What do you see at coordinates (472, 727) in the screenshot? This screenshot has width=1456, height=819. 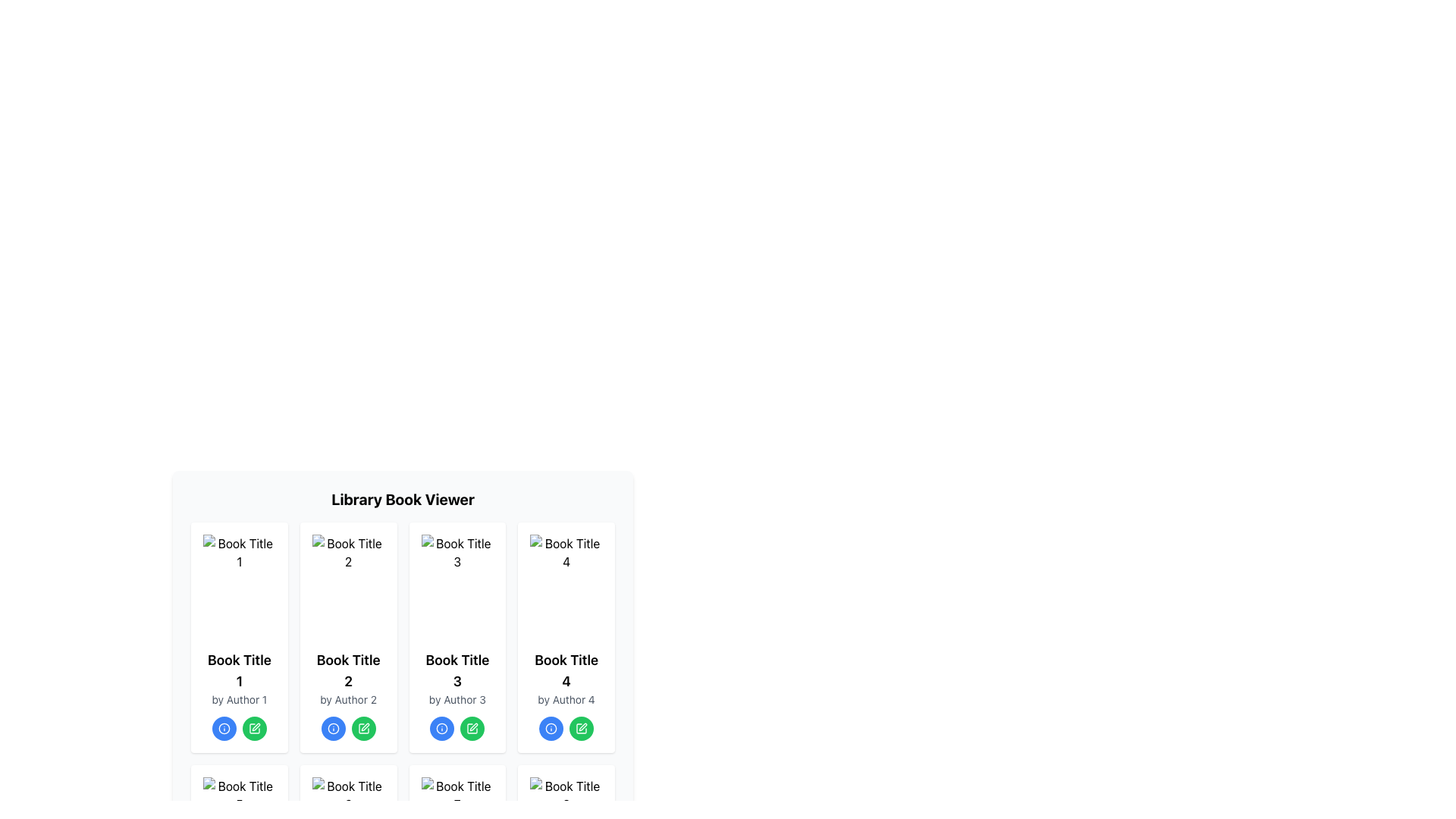 I see `the green circular button with a white pen icon located in the bottom row of controls under 'Book Title 3' in the third card` at bounding box center [472, 727].